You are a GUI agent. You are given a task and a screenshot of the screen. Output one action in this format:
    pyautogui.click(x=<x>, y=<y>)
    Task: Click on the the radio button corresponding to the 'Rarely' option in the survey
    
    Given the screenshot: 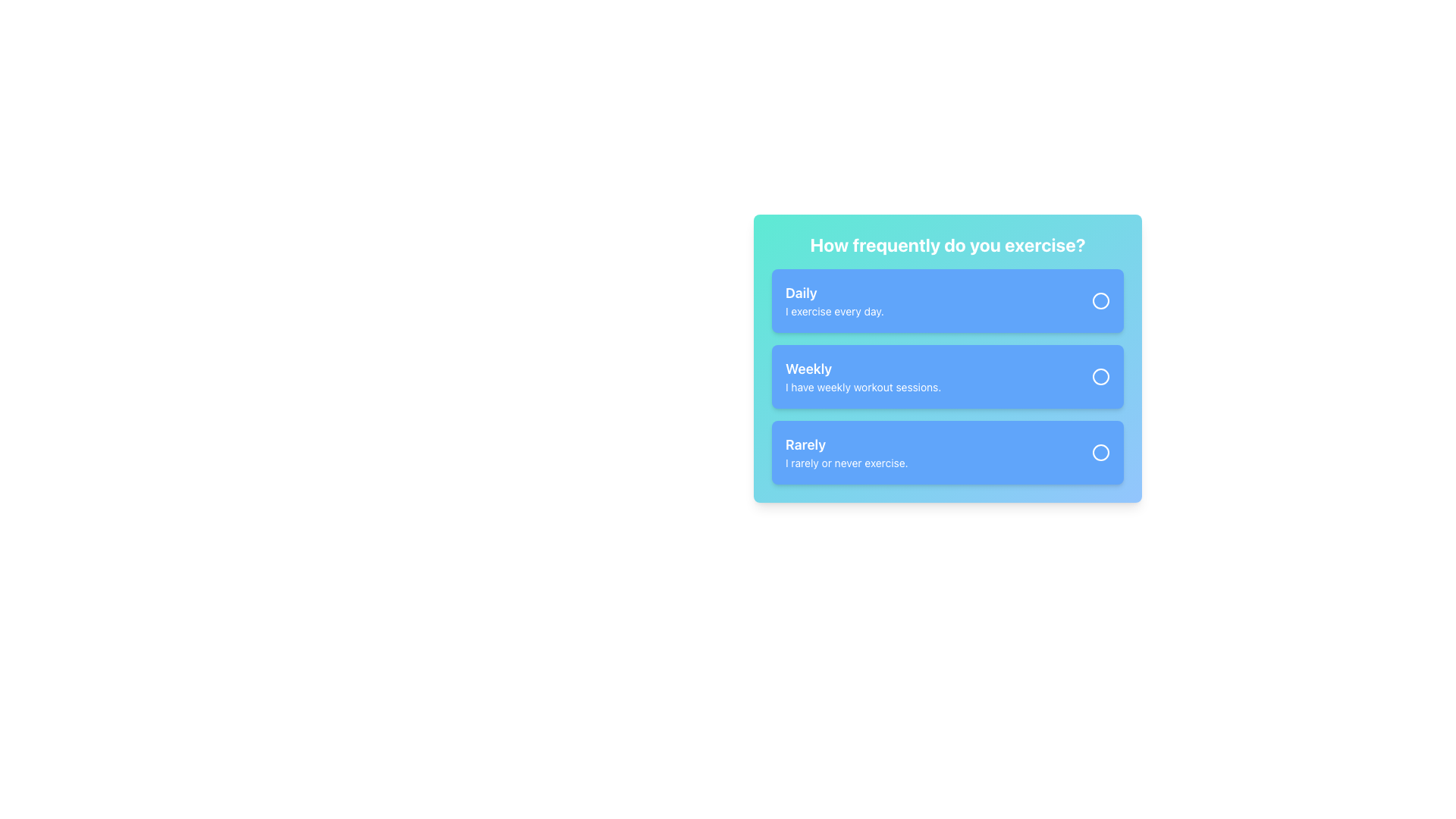 What is the action you would take?
    pyautogui.click(x=1100, y=452)
    